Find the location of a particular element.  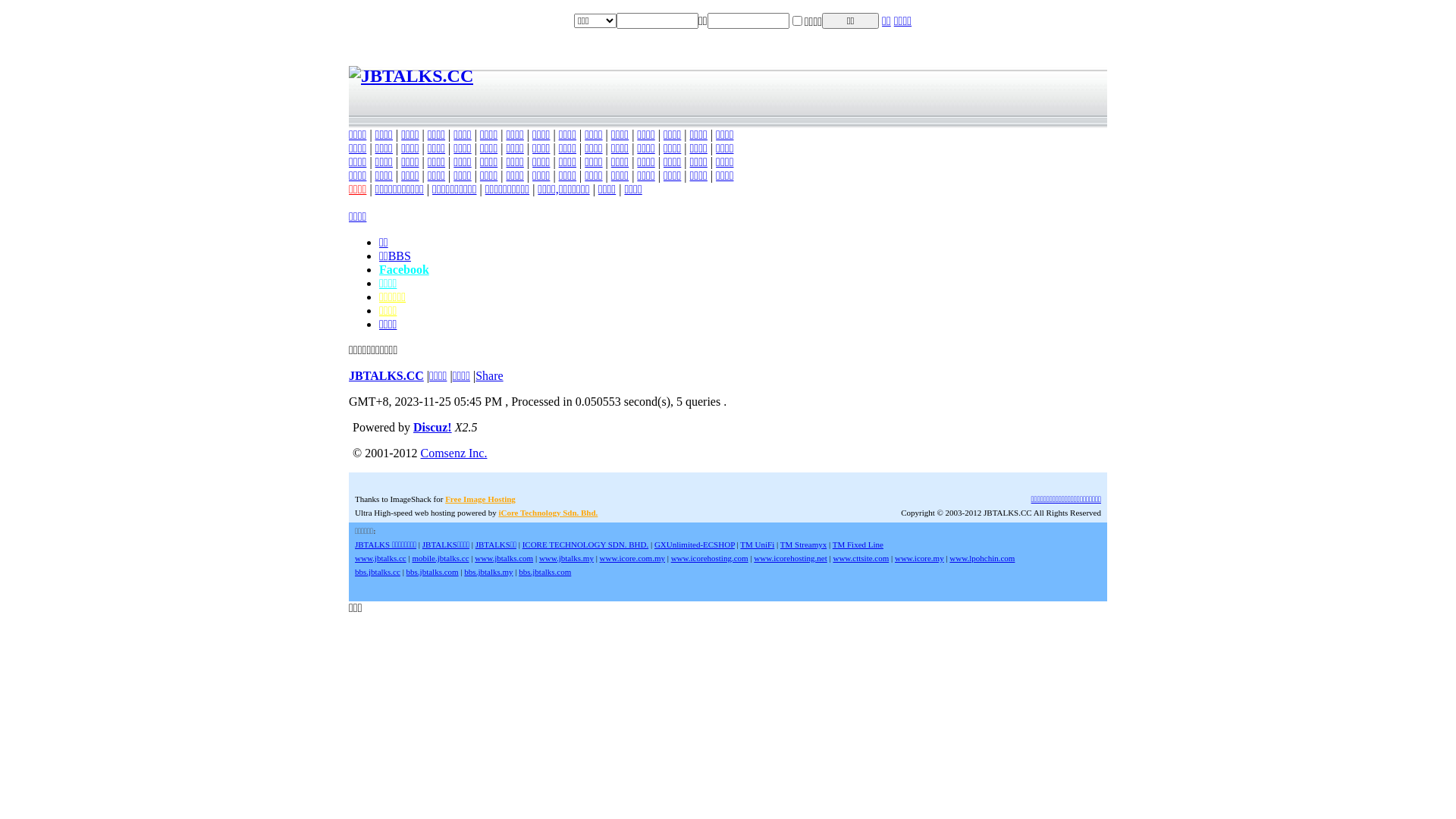

'Free Image Hosting' is located at coordinates (479, 499).